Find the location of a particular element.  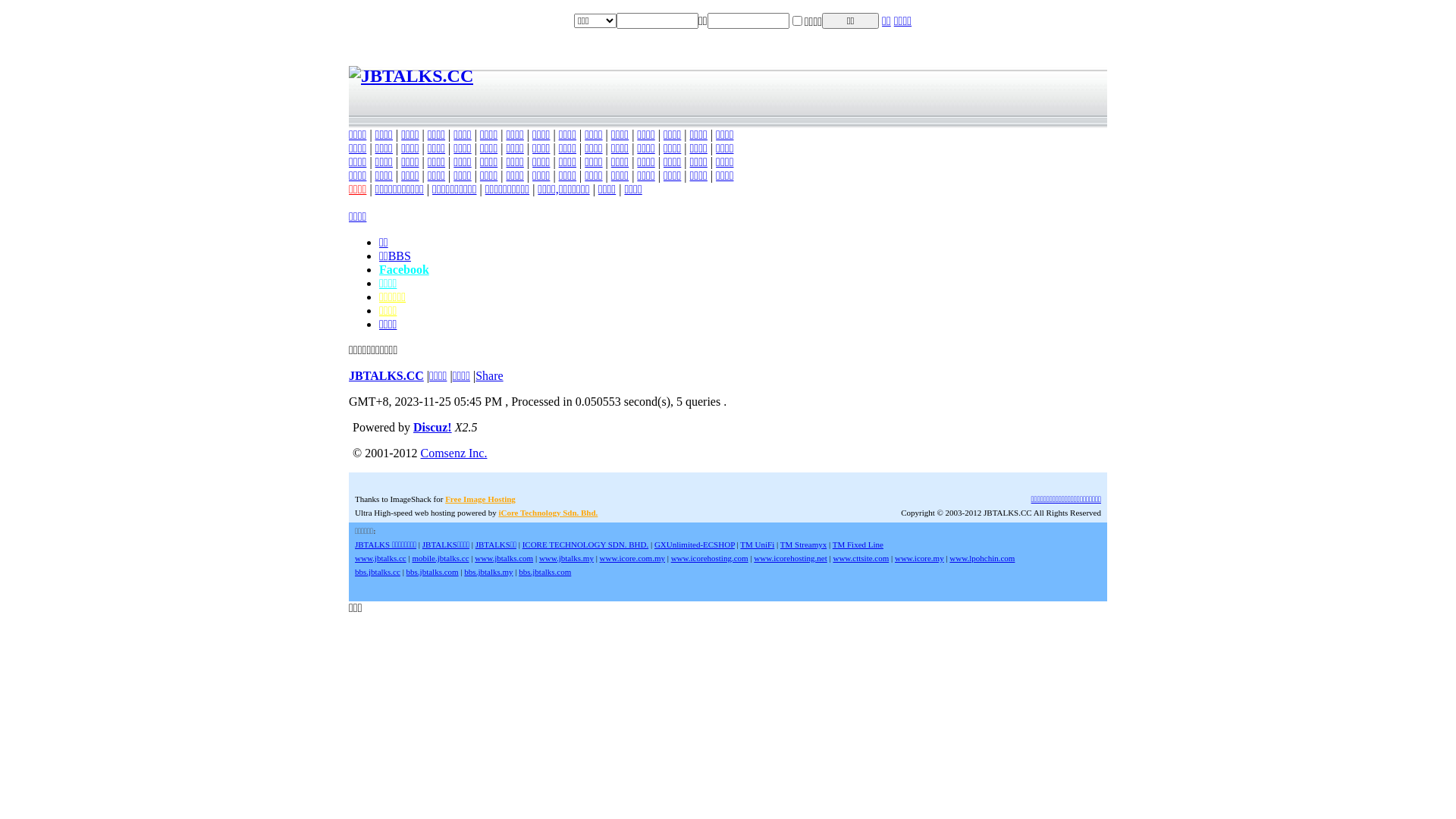

'Free Image Hosting' is located at coordinates (479, 499).